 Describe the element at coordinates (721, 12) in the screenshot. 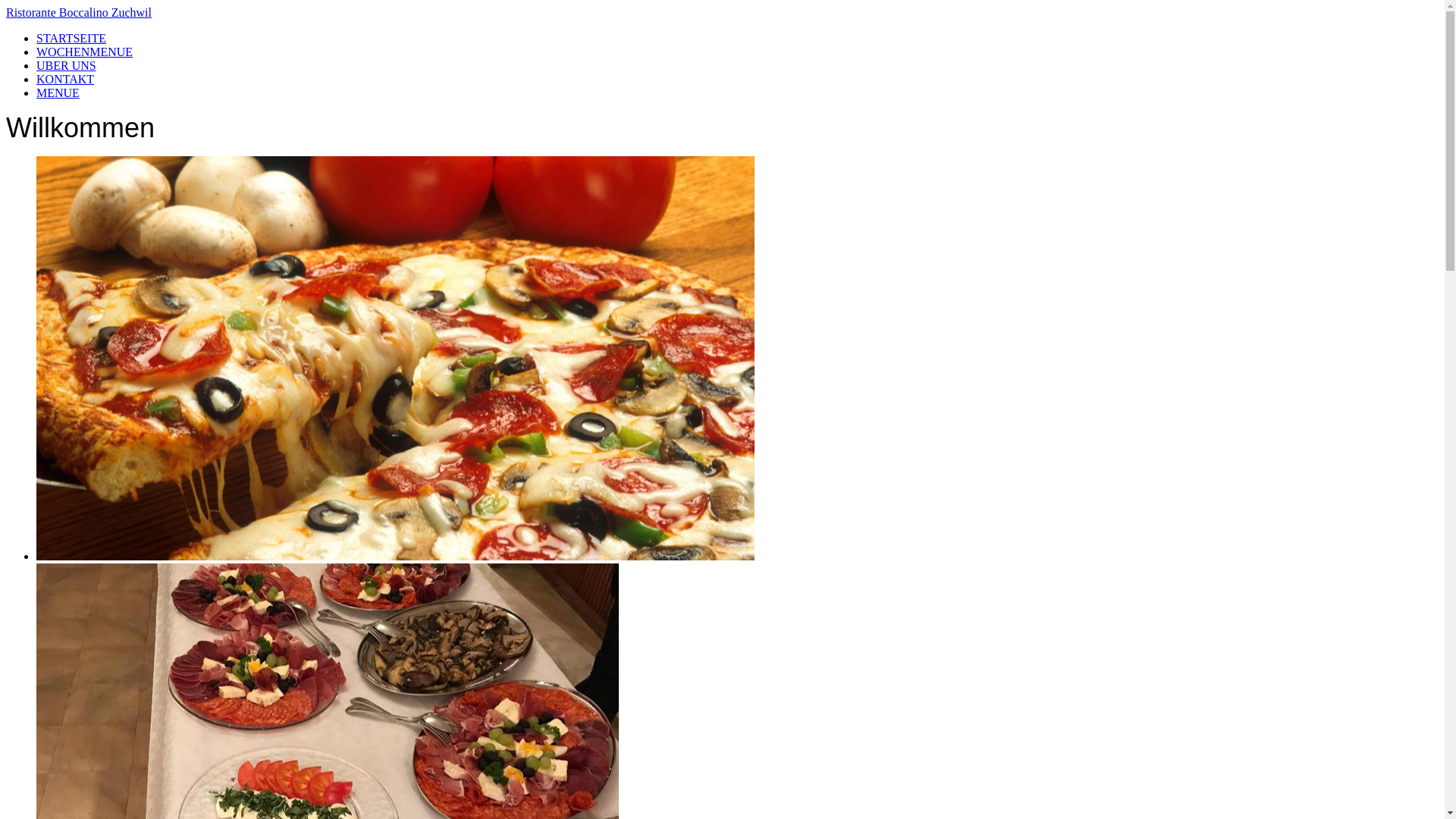

I see `'Ristorante Boccalino Zuchwil'` at that location.